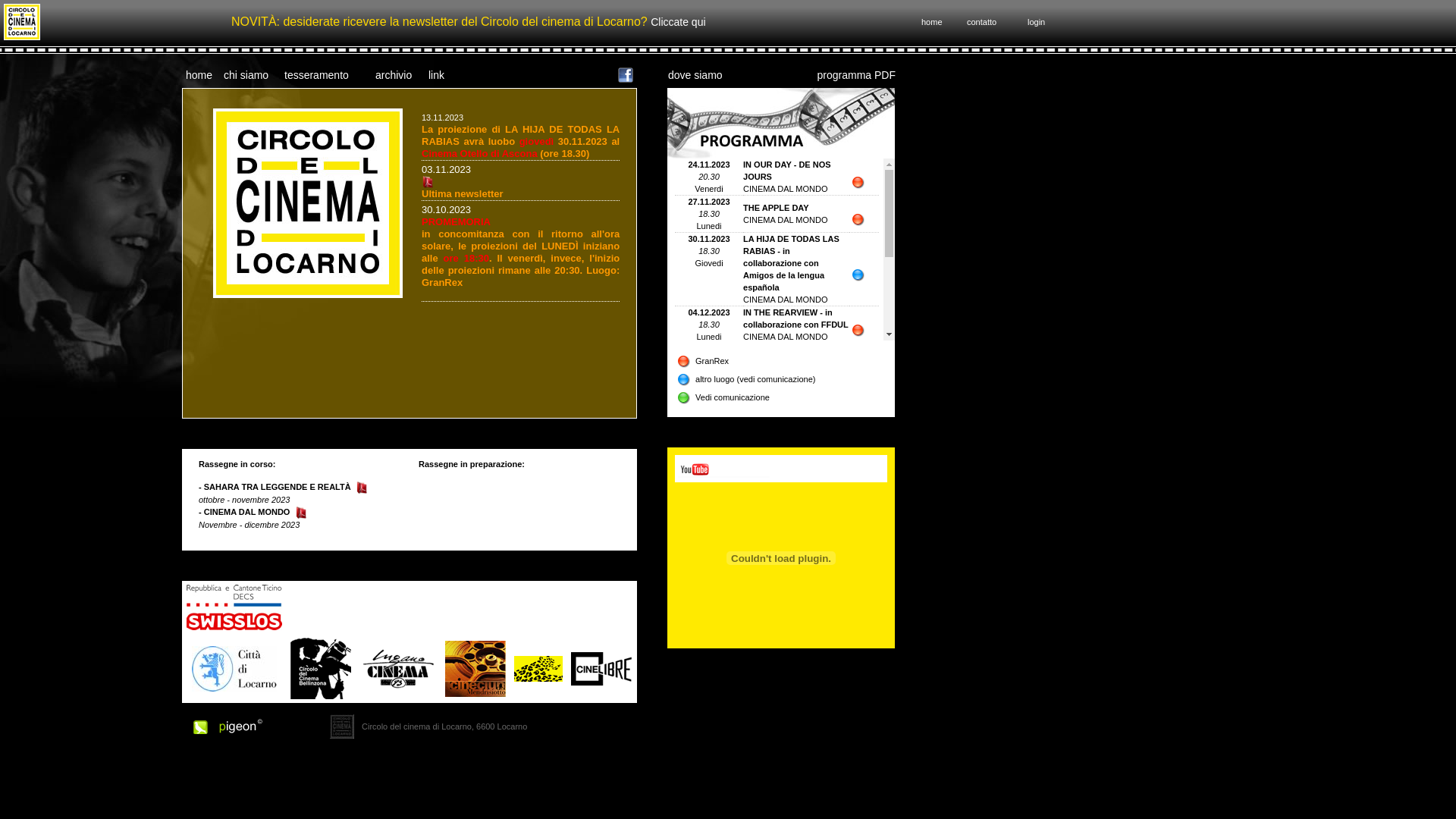  Describe the element at coordinates (435, 74) in the screenshot. I see `'link'` at that location.